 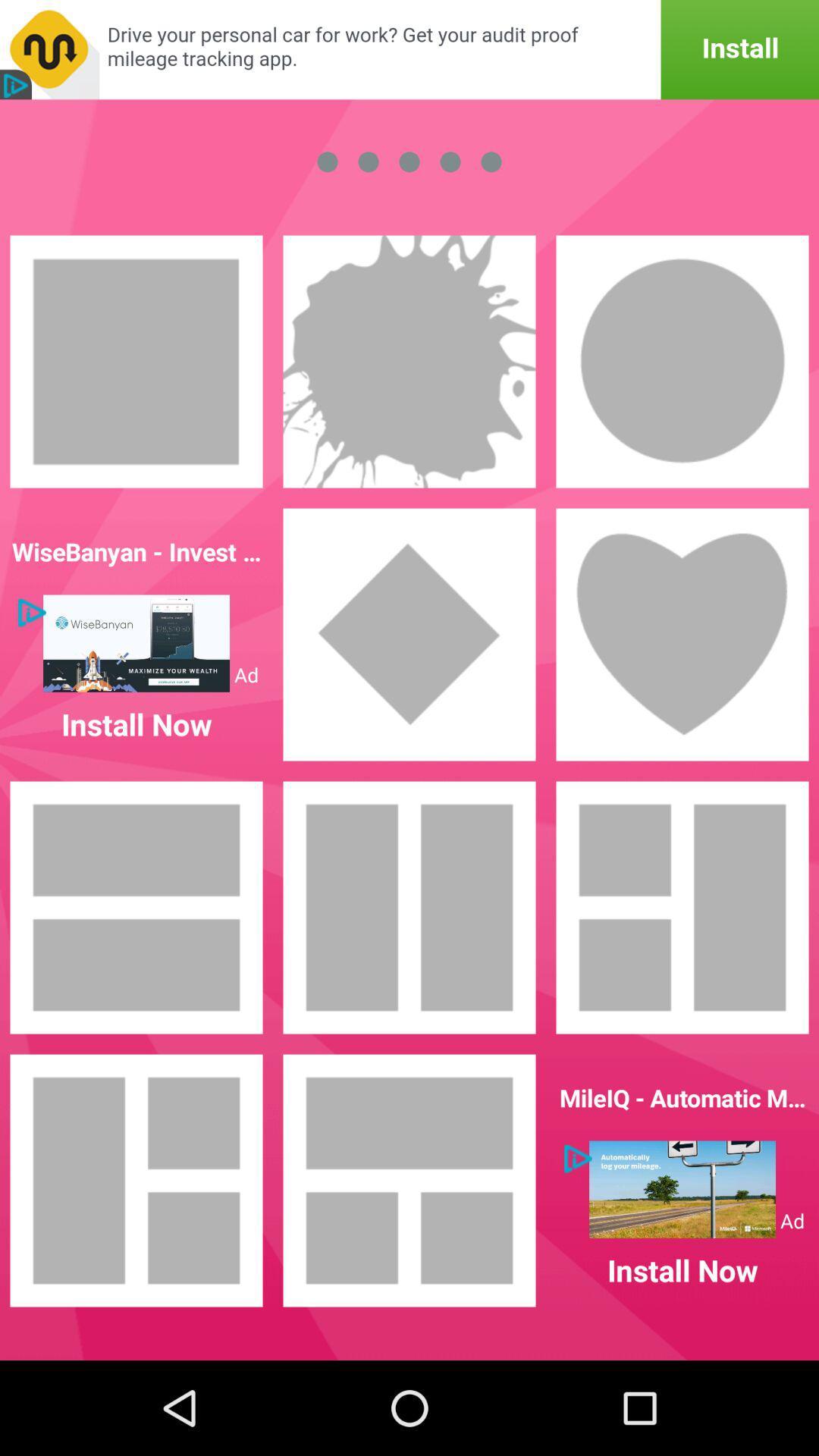 What do you see at coordinates (409, 1179) in the screenshot?
I see `the second image in the last row` at bounding box center [409, 1179].